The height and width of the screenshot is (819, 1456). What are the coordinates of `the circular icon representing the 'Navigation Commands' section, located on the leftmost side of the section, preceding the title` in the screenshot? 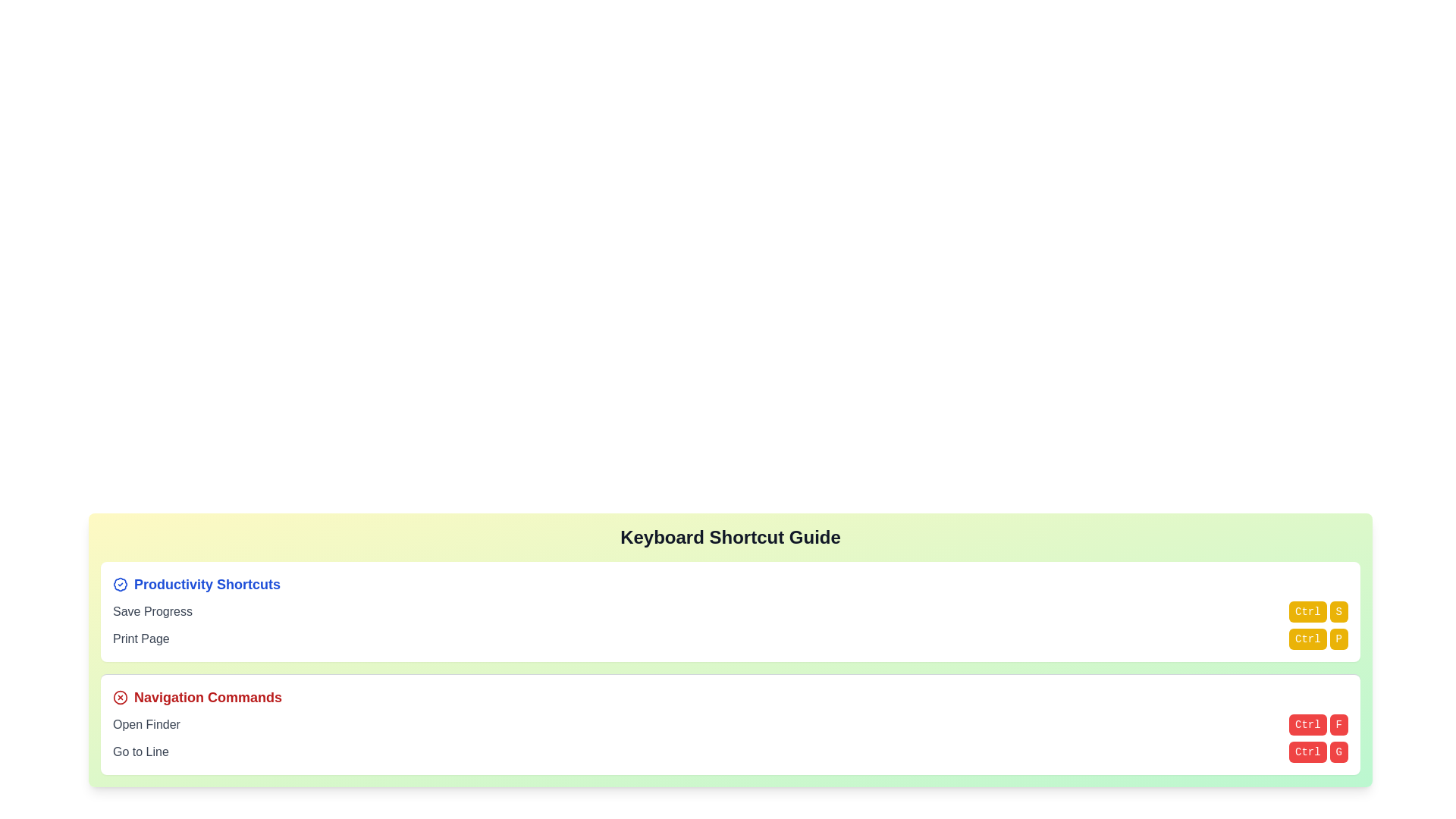 It's located at (119, 698).